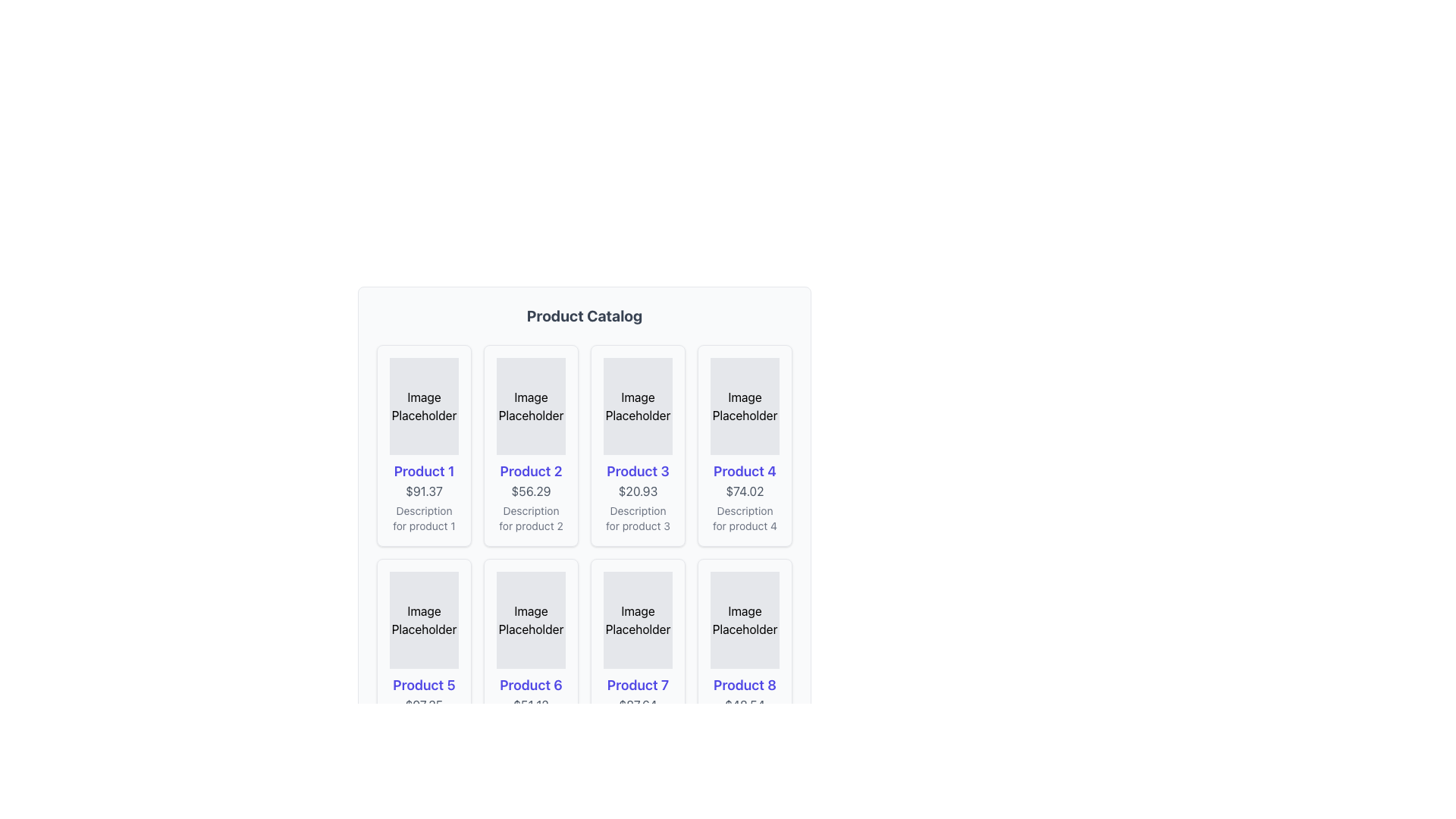 This screenshot has width=1456, height=819. Describe the element at coordinates (531, 620) in the screenshot. I see `the static text or placeholder image representing 'Product 6' in the second row of the product catalog` at that location.